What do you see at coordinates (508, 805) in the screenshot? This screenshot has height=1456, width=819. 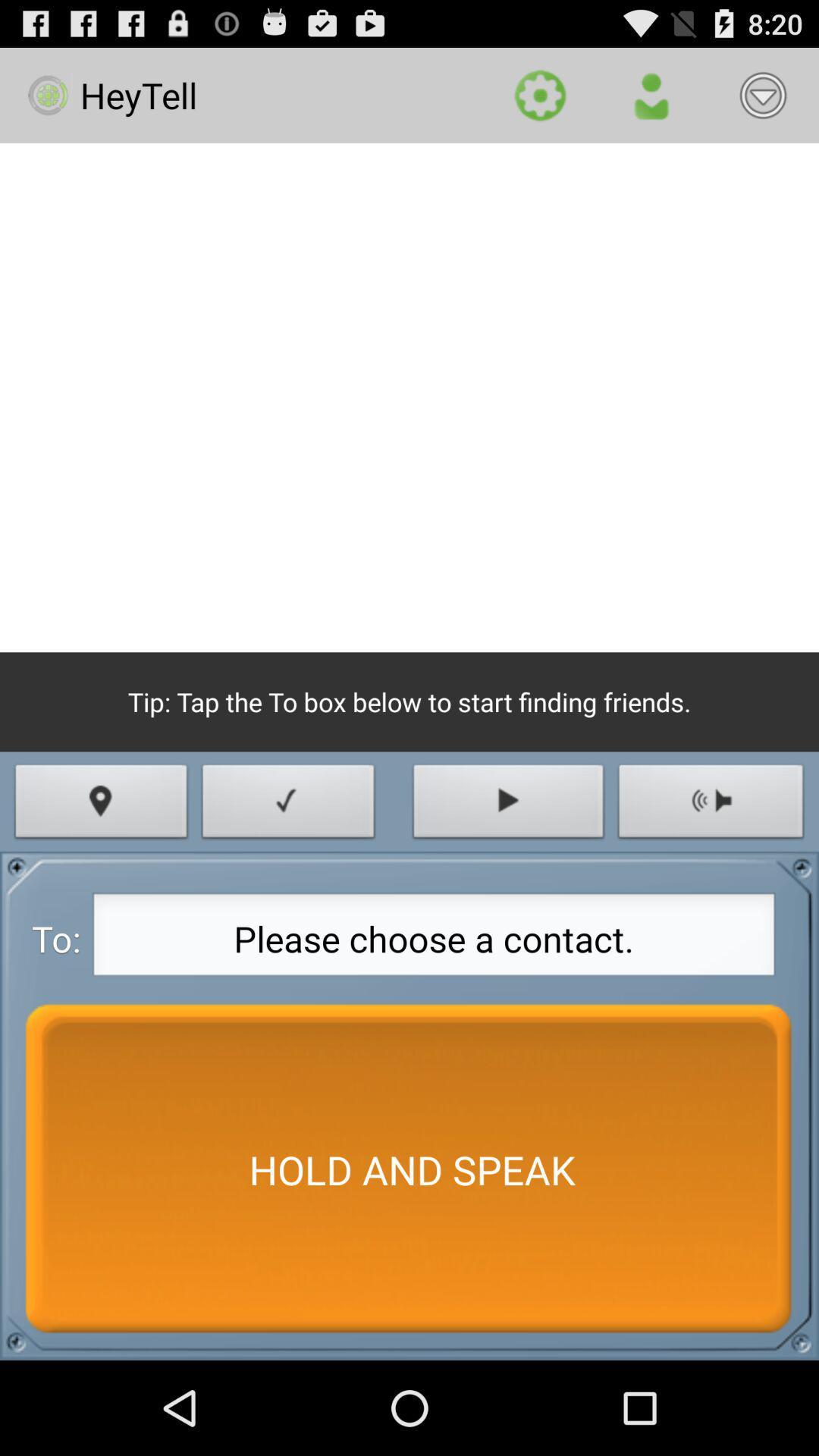 I see `item above please choose a app` at bounding box center [508, 805].